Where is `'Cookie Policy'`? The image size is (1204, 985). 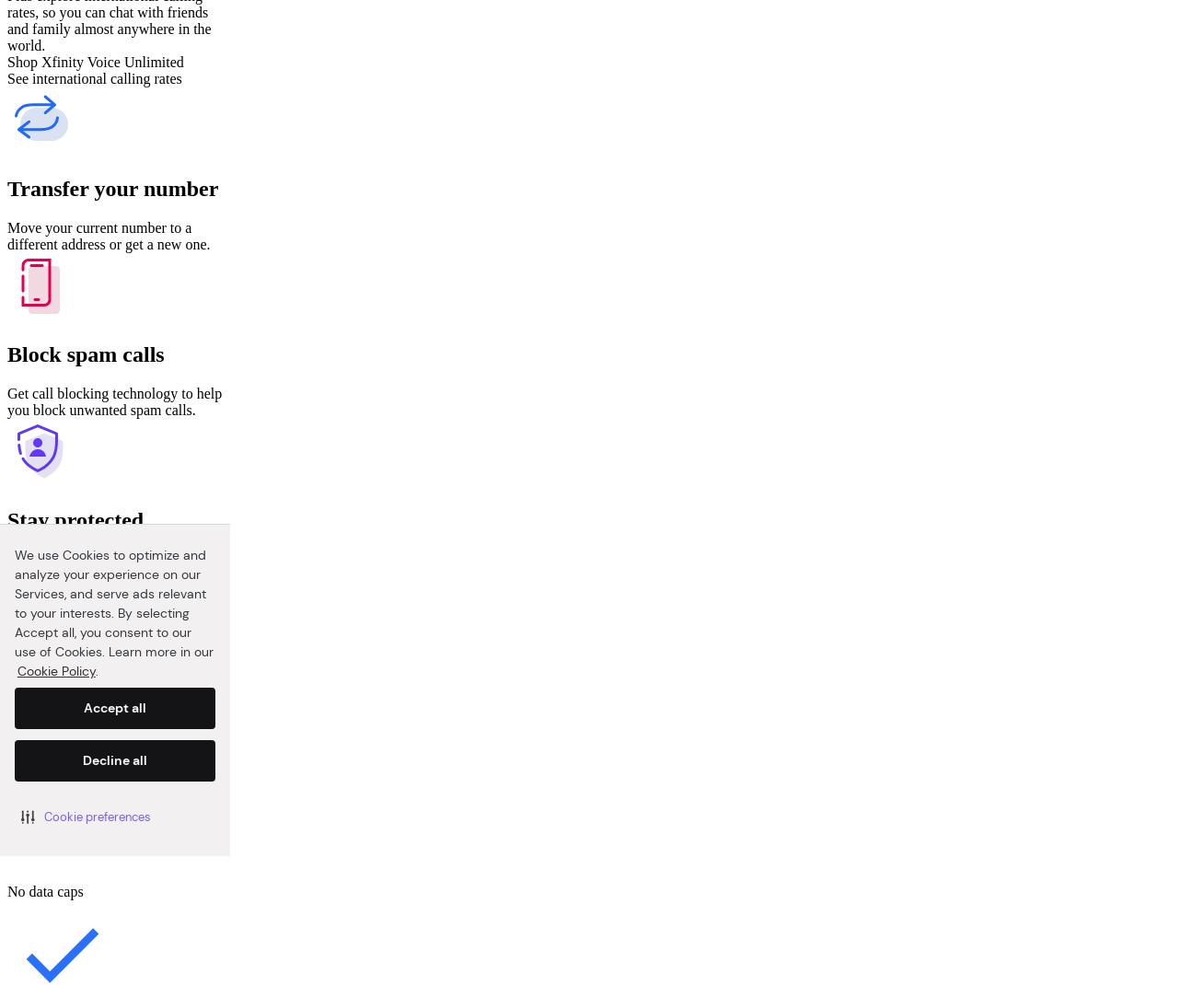 'Cookie Policy' is located at coordinates (55, 669).